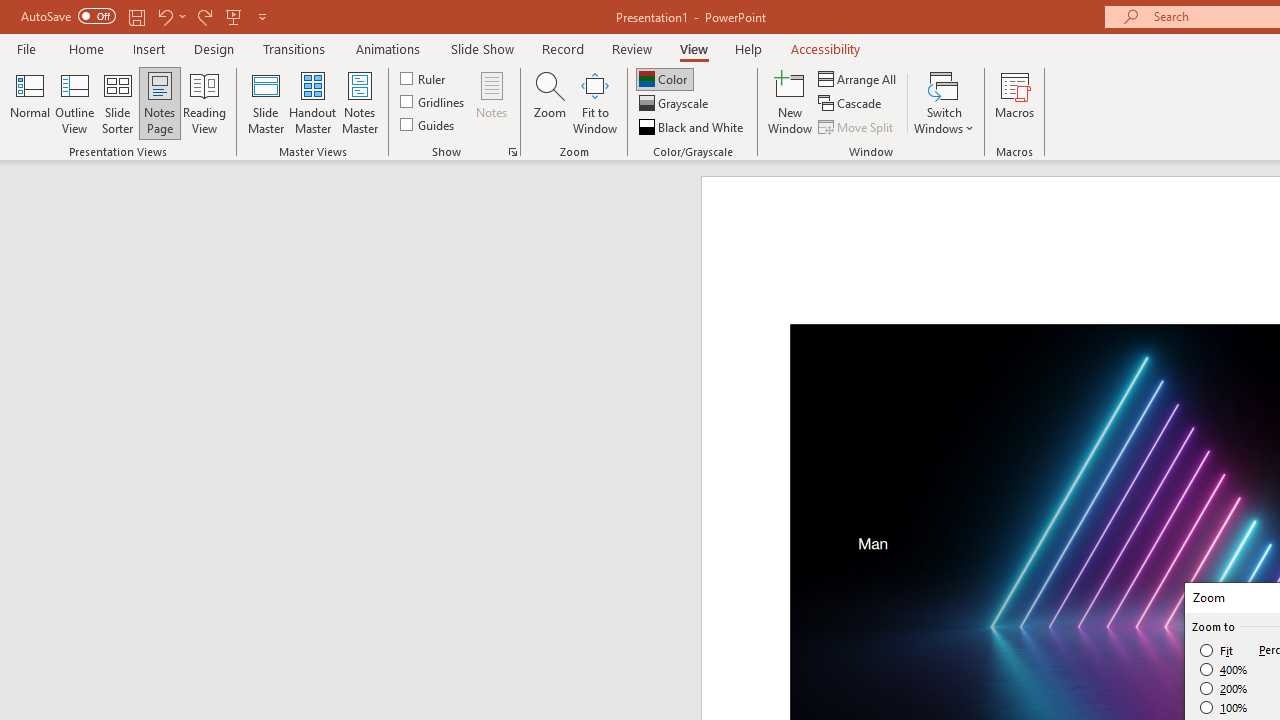 The width and height of the screenshot is (1280, 720). Describe the element at coordinates (851, 103) in the screenshot. I see `'Cascade'` at that location.